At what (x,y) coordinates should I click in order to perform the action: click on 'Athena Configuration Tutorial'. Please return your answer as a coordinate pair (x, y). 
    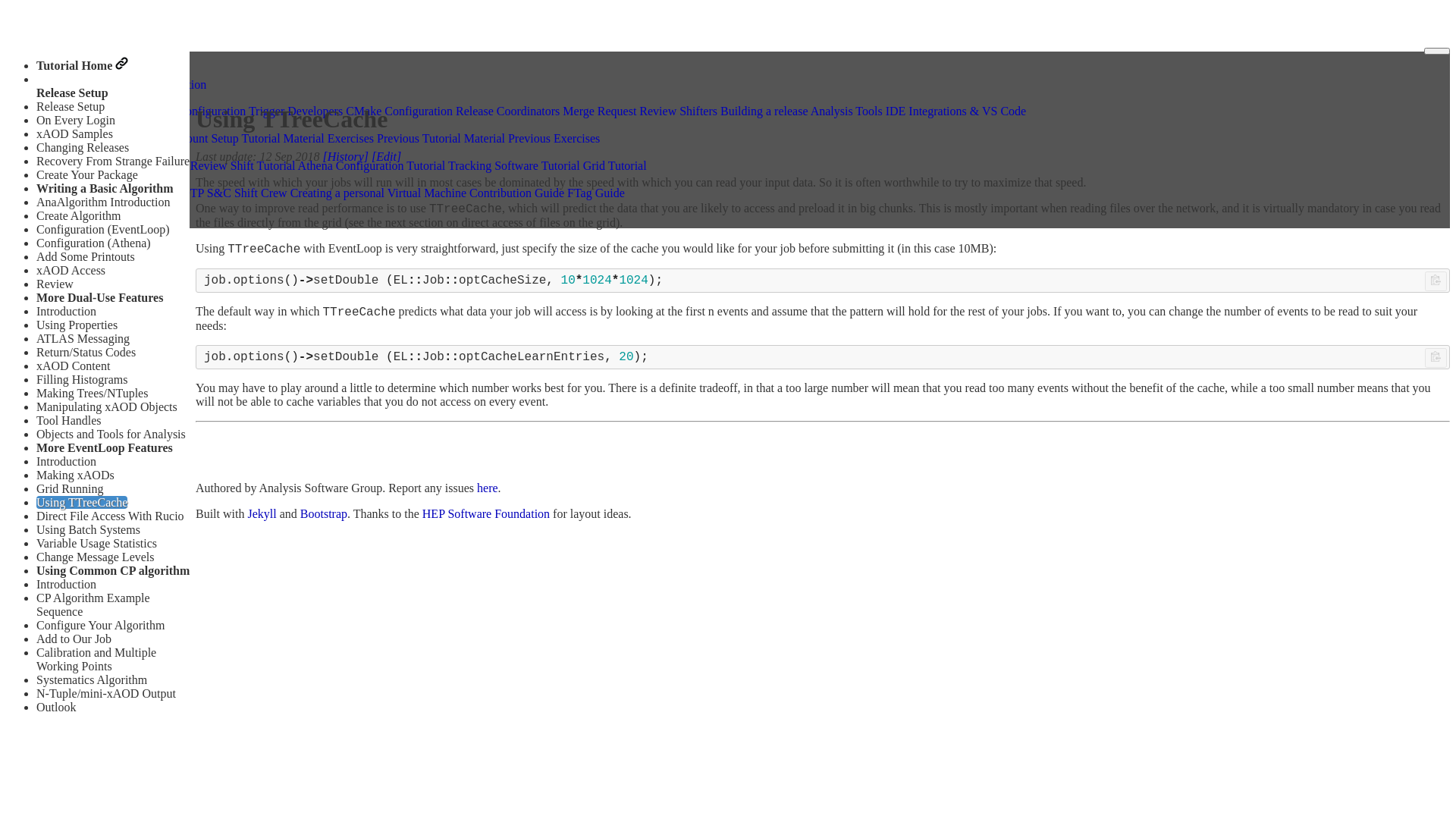
    Looking at the image, I should click on (298, 165).